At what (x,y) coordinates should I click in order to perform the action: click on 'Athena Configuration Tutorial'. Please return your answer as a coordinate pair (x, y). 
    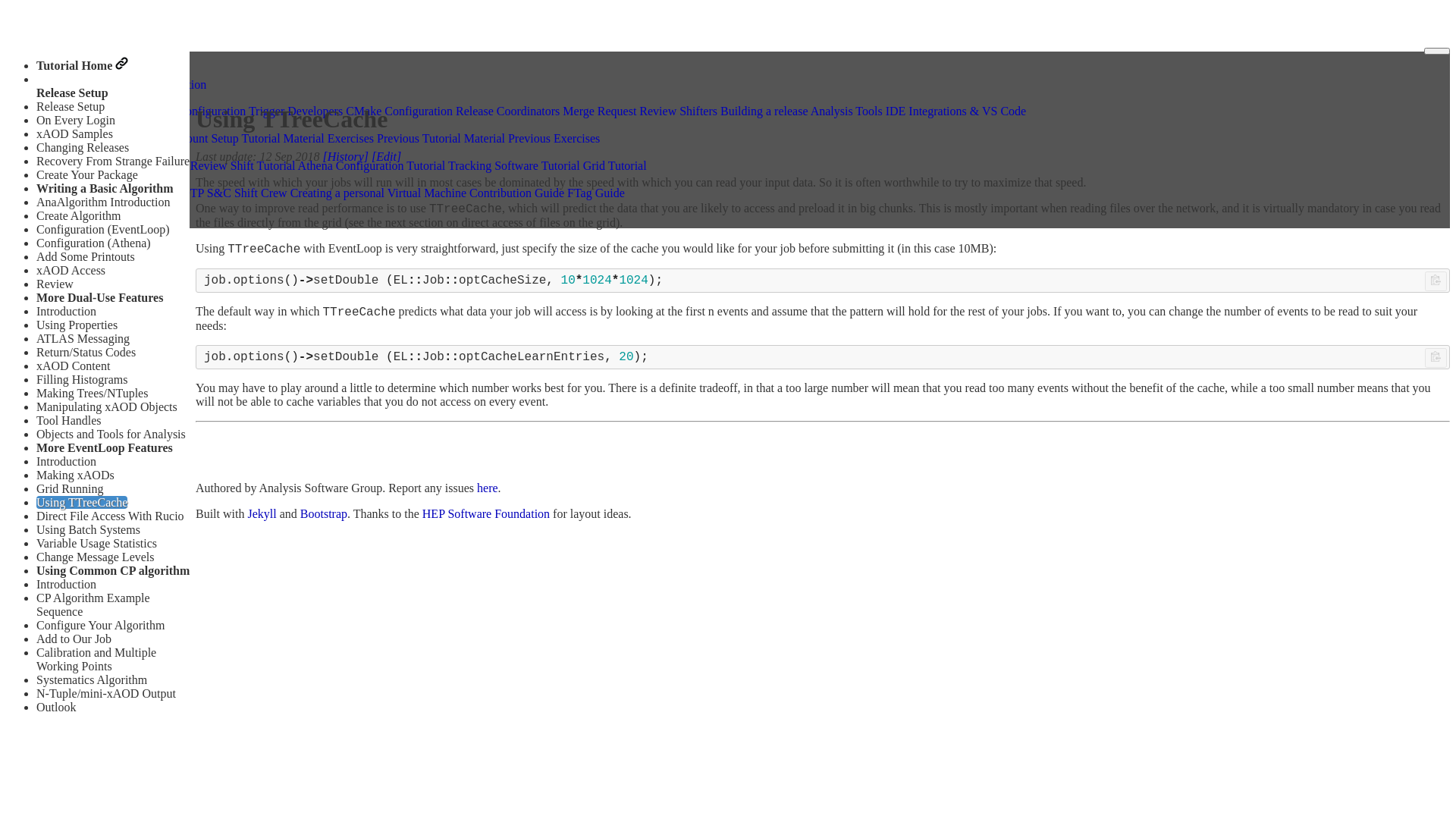
    Looking at the image, I should click on (298, 165).